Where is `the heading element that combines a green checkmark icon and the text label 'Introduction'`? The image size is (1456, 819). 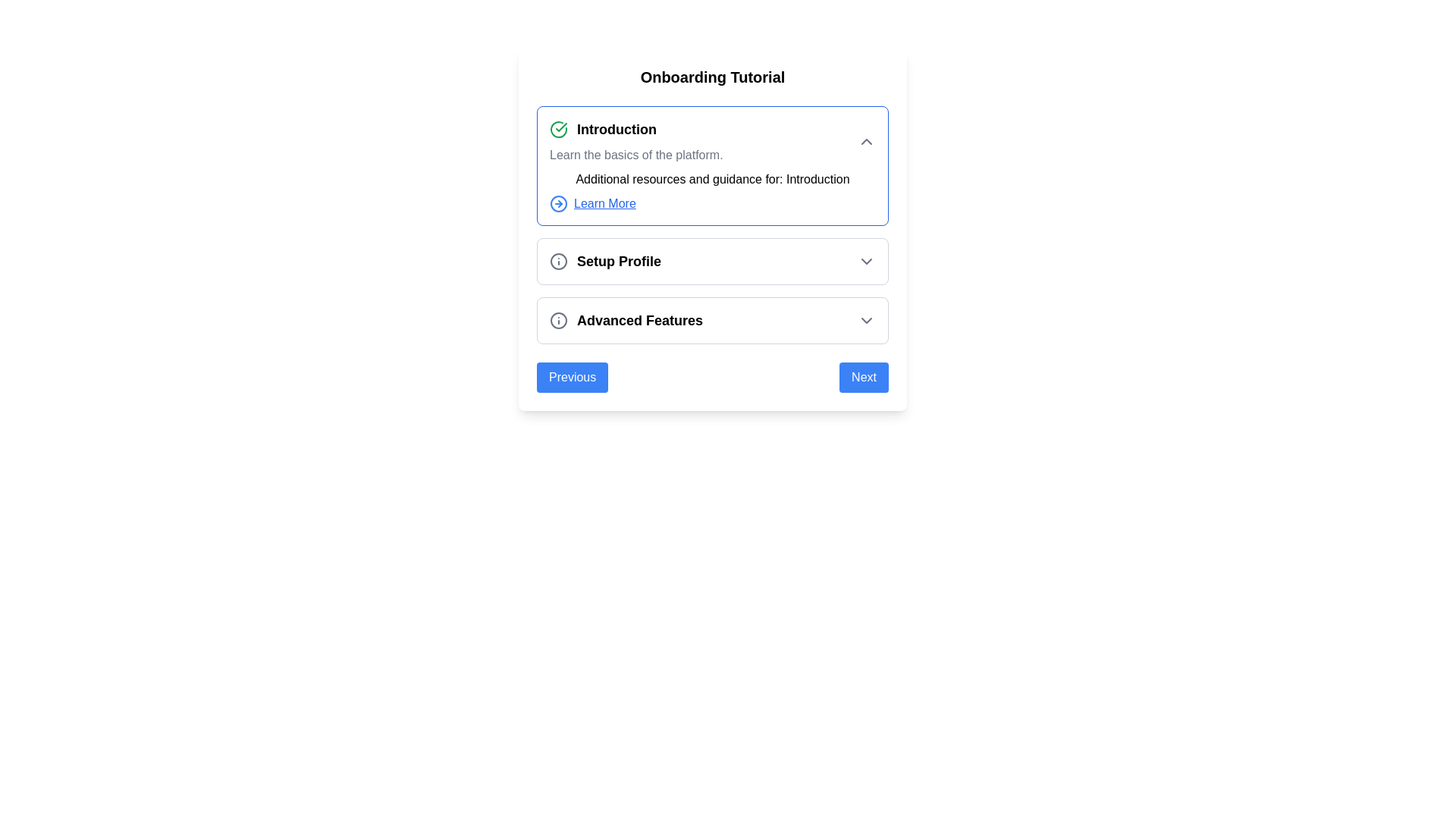
the heading element that combines a green checkmark icon and the text label 'Introduction' is located at coordinates (636, 128).